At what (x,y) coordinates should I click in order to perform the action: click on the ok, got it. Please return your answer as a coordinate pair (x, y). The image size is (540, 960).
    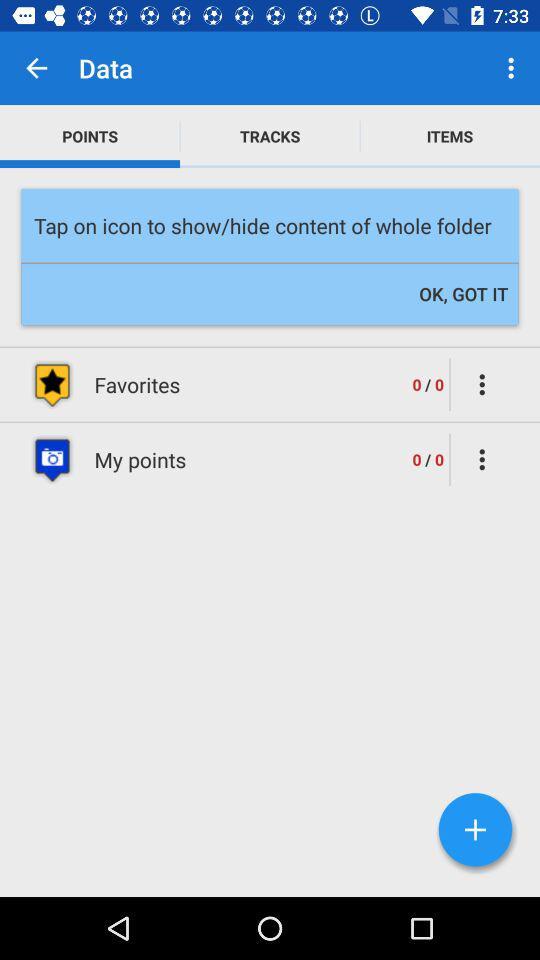
    Looking at the image, I should click on (463, 293).